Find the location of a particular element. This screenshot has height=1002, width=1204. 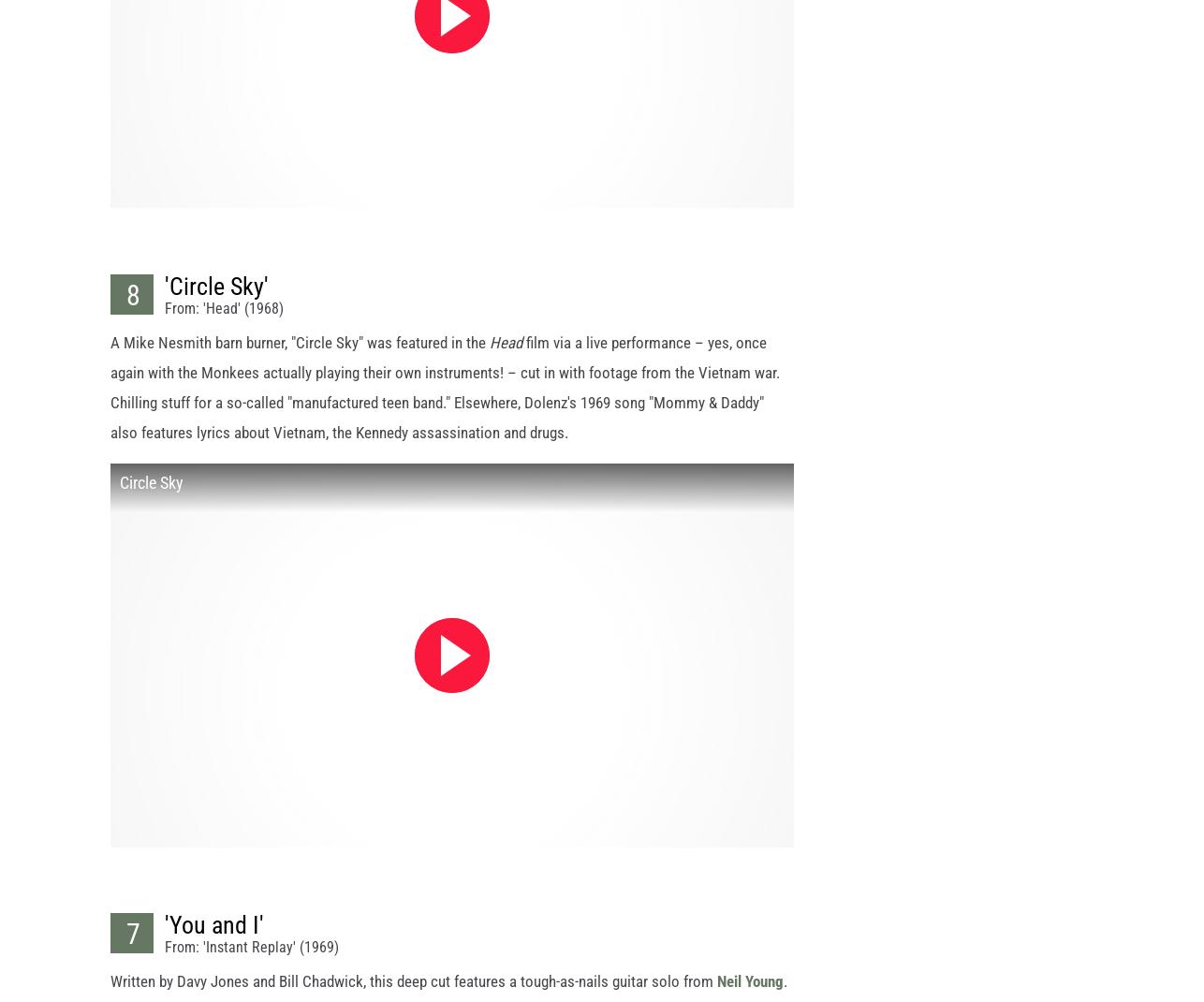

'Circle Sky' is located at coordinates (152, 498).